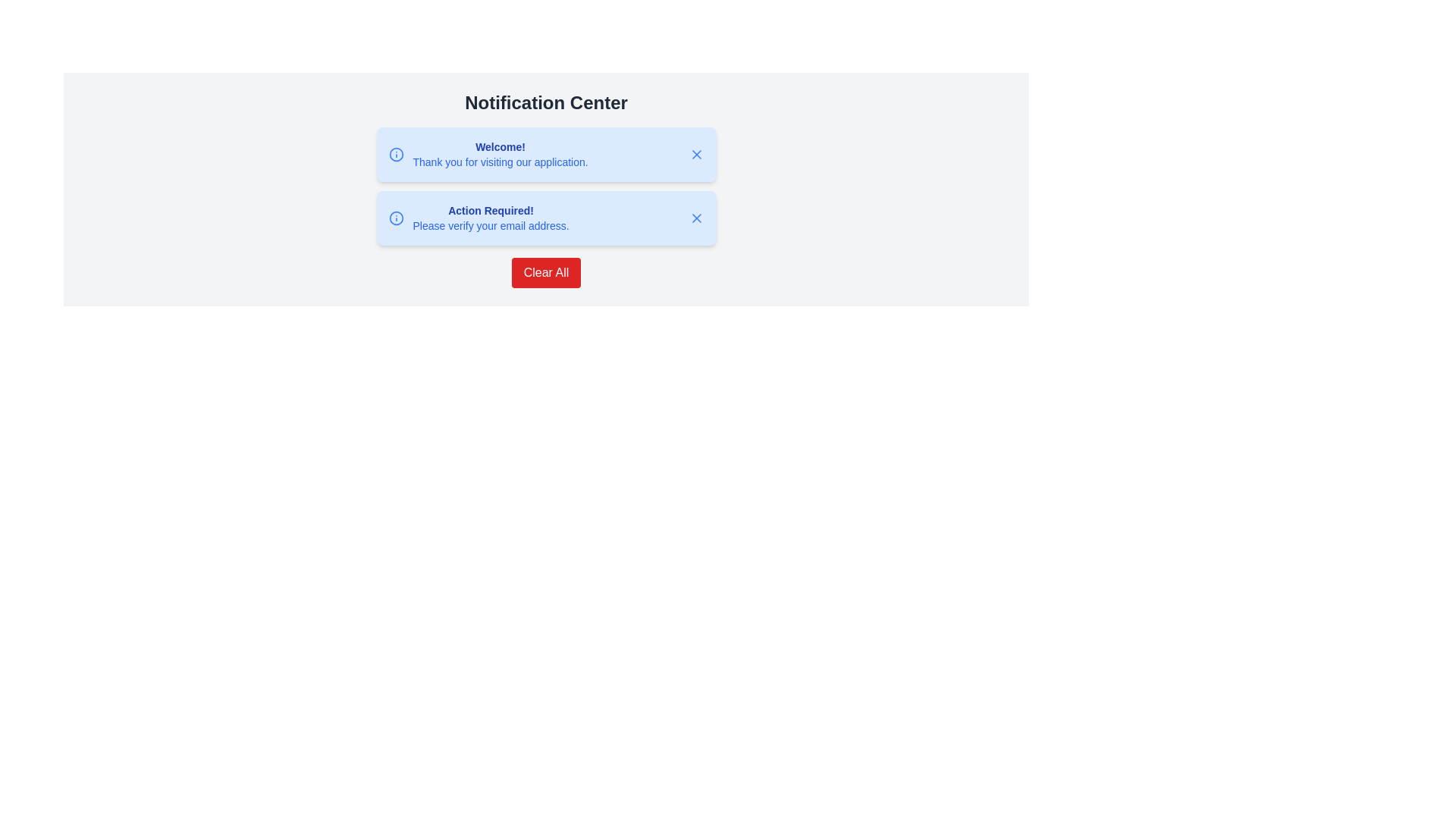 The height and width of the screenshot is (819, 1456). Describe the element at coordinates (695, 218) in the screenshot. I see `the close icon button located in the top-right corner of the second notification card containing the text 'Action Required! Please verify your email address'` at that location.